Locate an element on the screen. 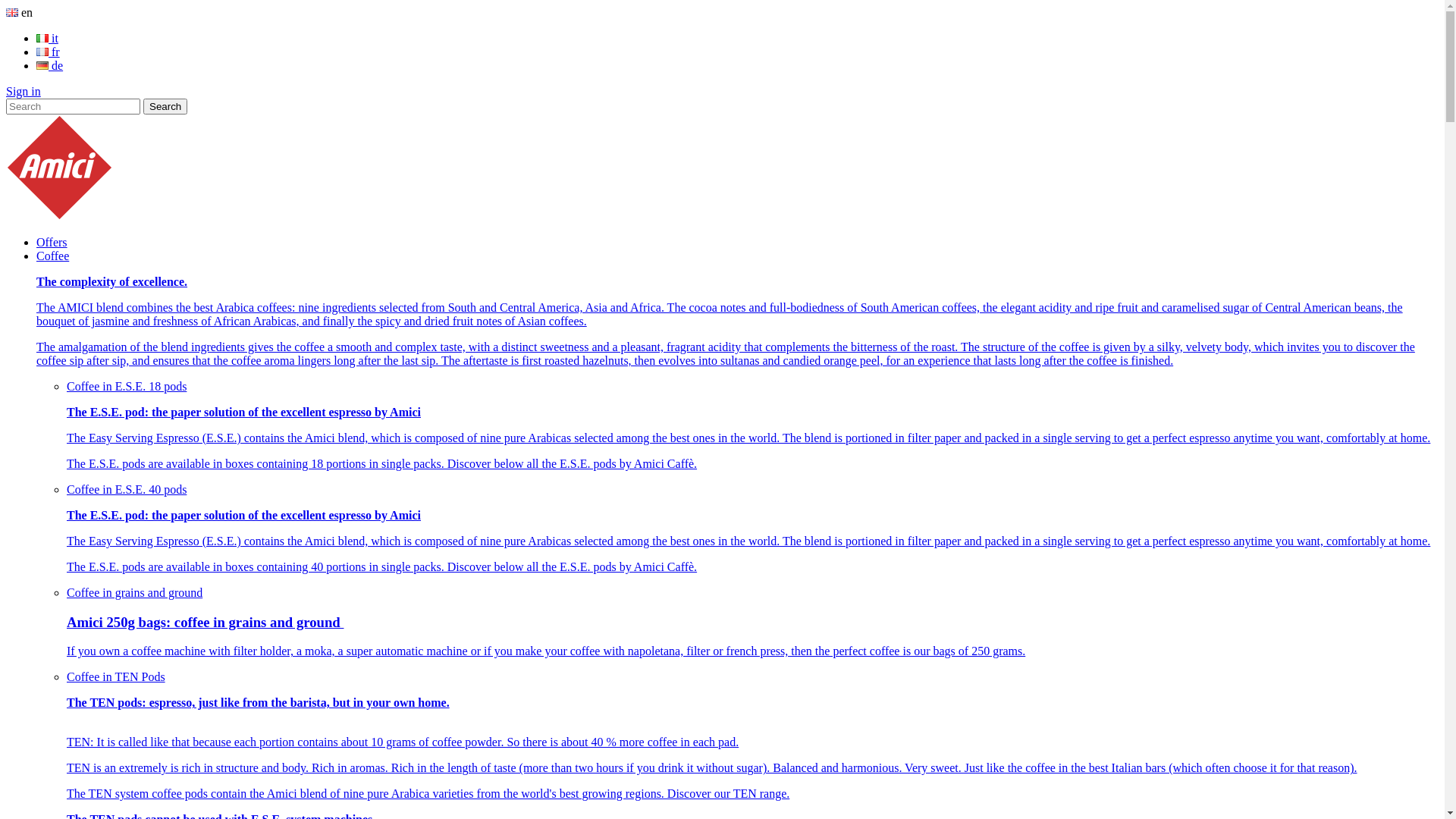  'de' is located at coordinates (49, 64).